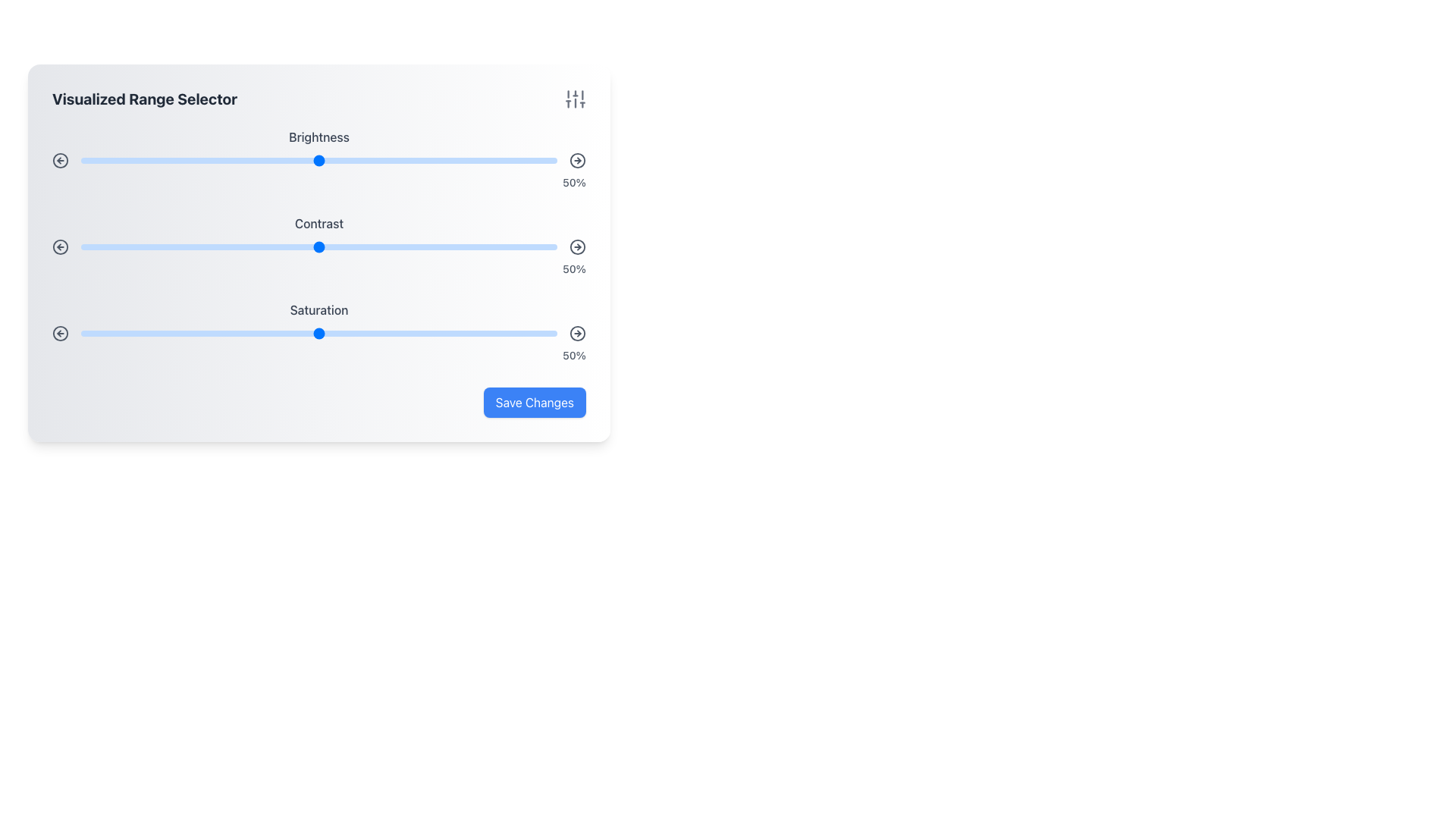  Describe the element at coordinates (495, 332) in the screenshot. I see `the slider value` at that location.